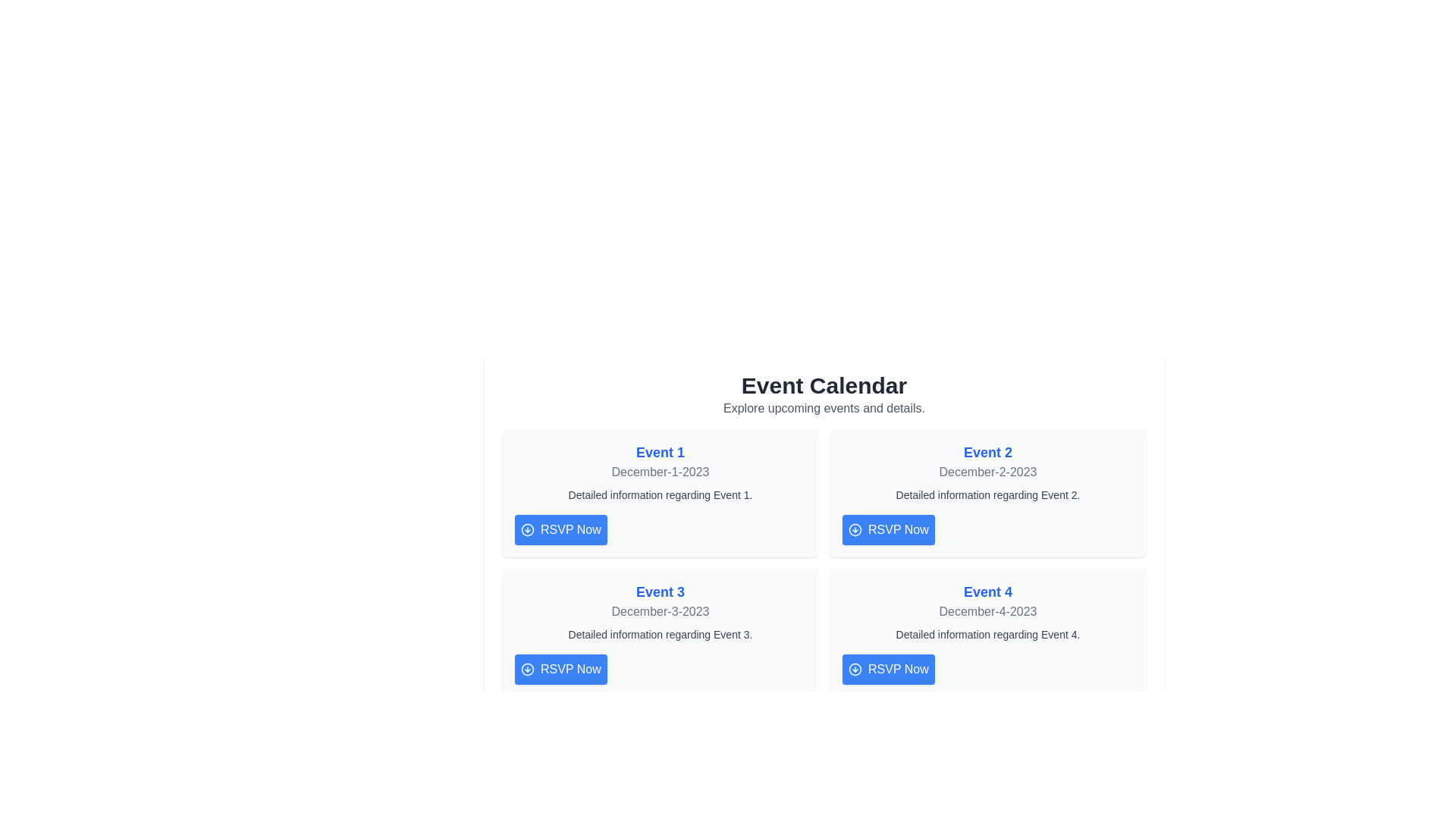 This screenshot has height=819, width=1456. Describe the element at coordinates (987, 452) in the screenshot. I see `text label that serves as the title for the event, located at the top center of the rectangular card` at that location.